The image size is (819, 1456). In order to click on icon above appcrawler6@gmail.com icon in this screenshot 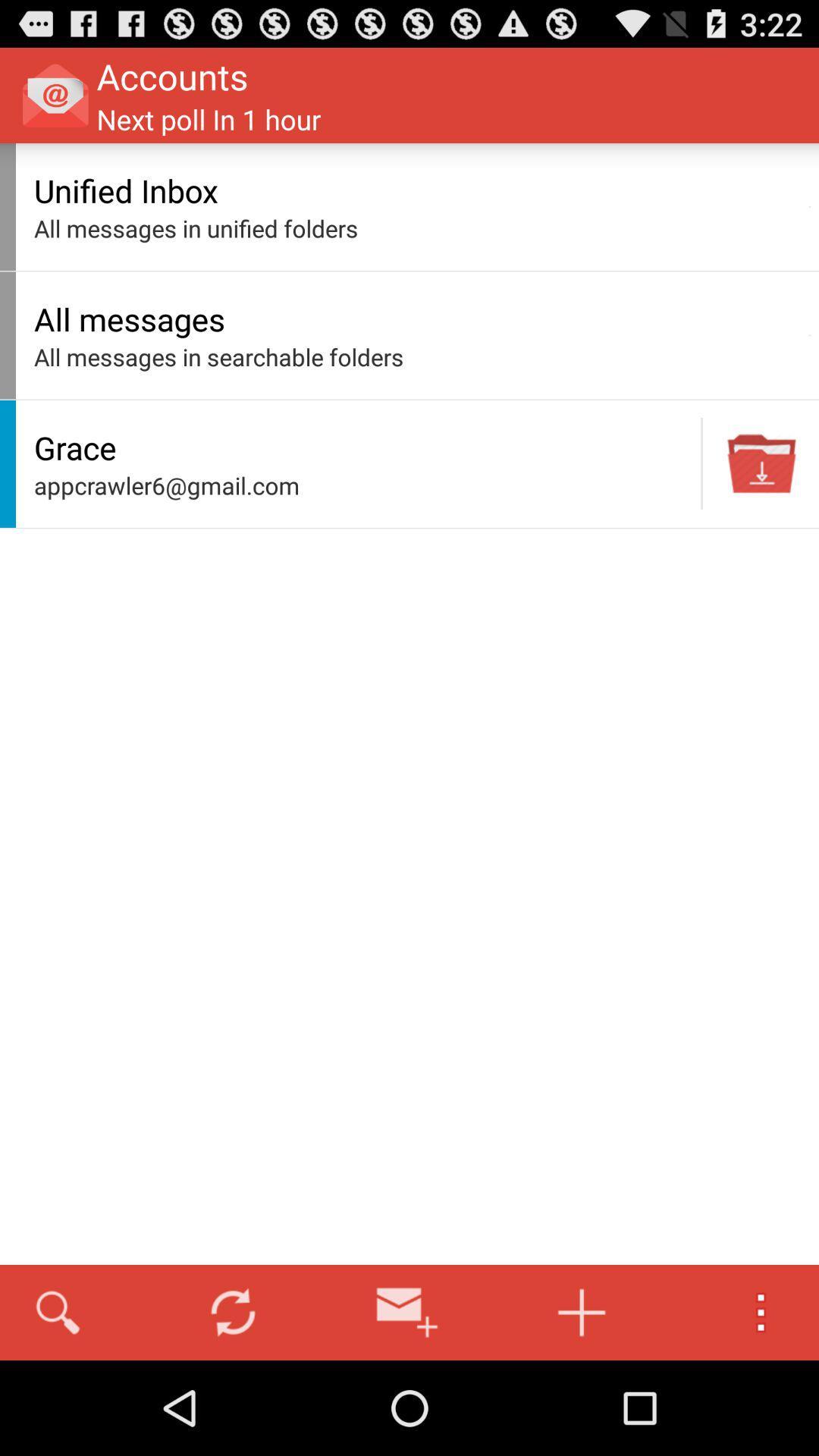, I will do `click(363, 447)`.